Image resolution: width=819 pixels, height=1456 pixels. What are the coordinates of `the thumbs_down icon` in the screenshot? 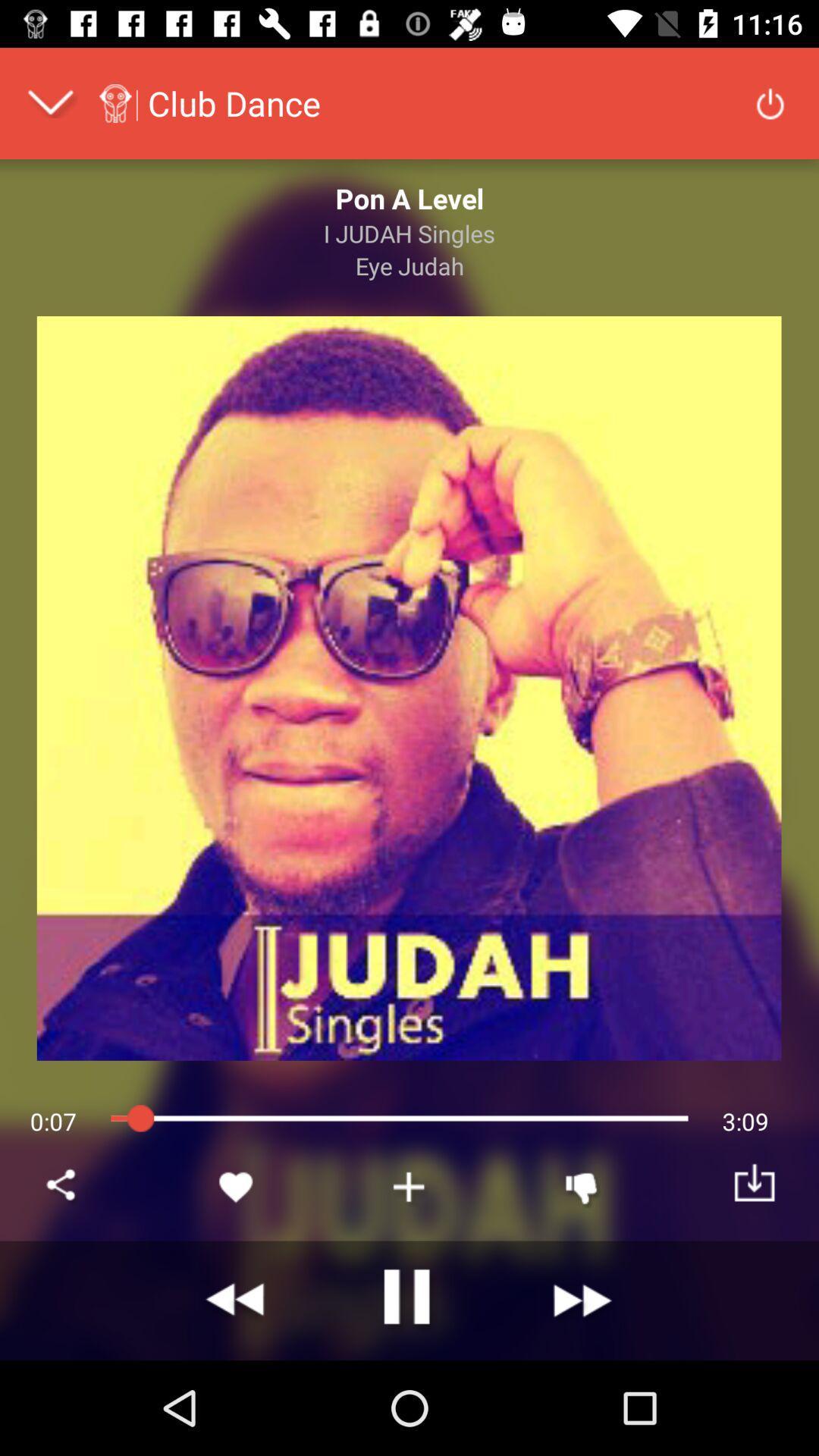 It's located at (581, 1186).